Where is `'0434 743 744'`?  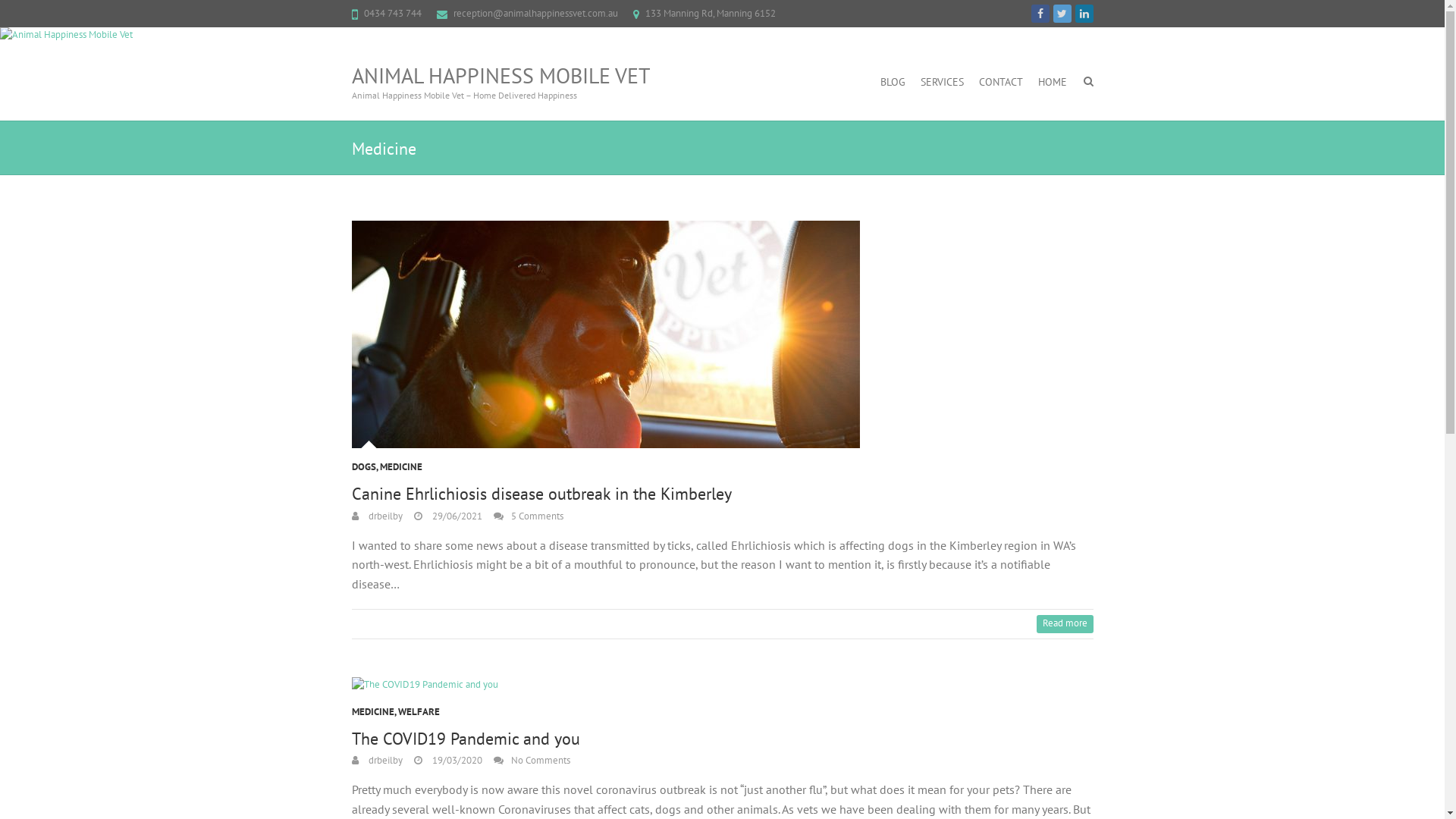
'0434 743 744' is located at coordinates (364, 13).